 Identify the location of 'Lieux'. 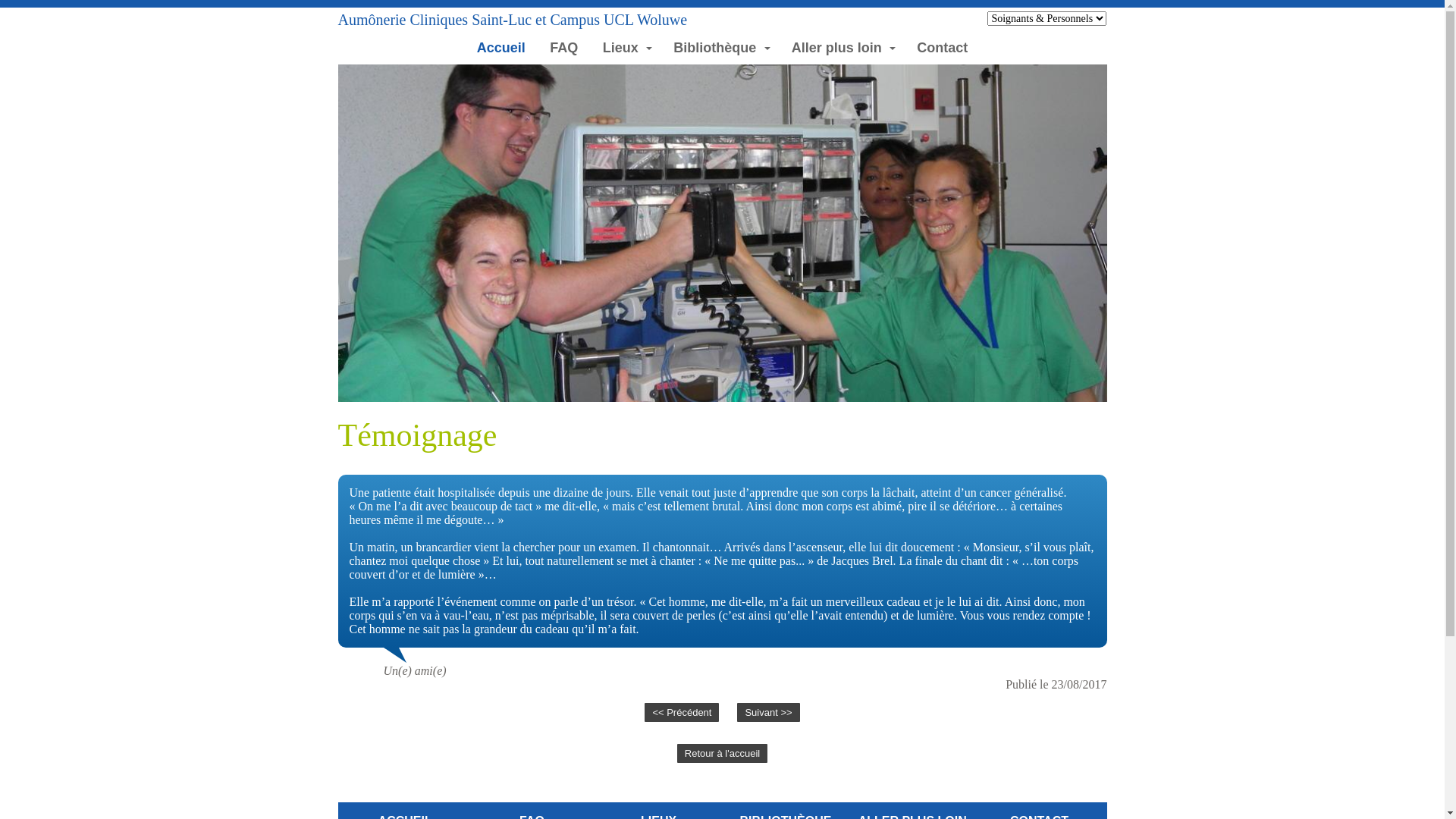
(626, 47).